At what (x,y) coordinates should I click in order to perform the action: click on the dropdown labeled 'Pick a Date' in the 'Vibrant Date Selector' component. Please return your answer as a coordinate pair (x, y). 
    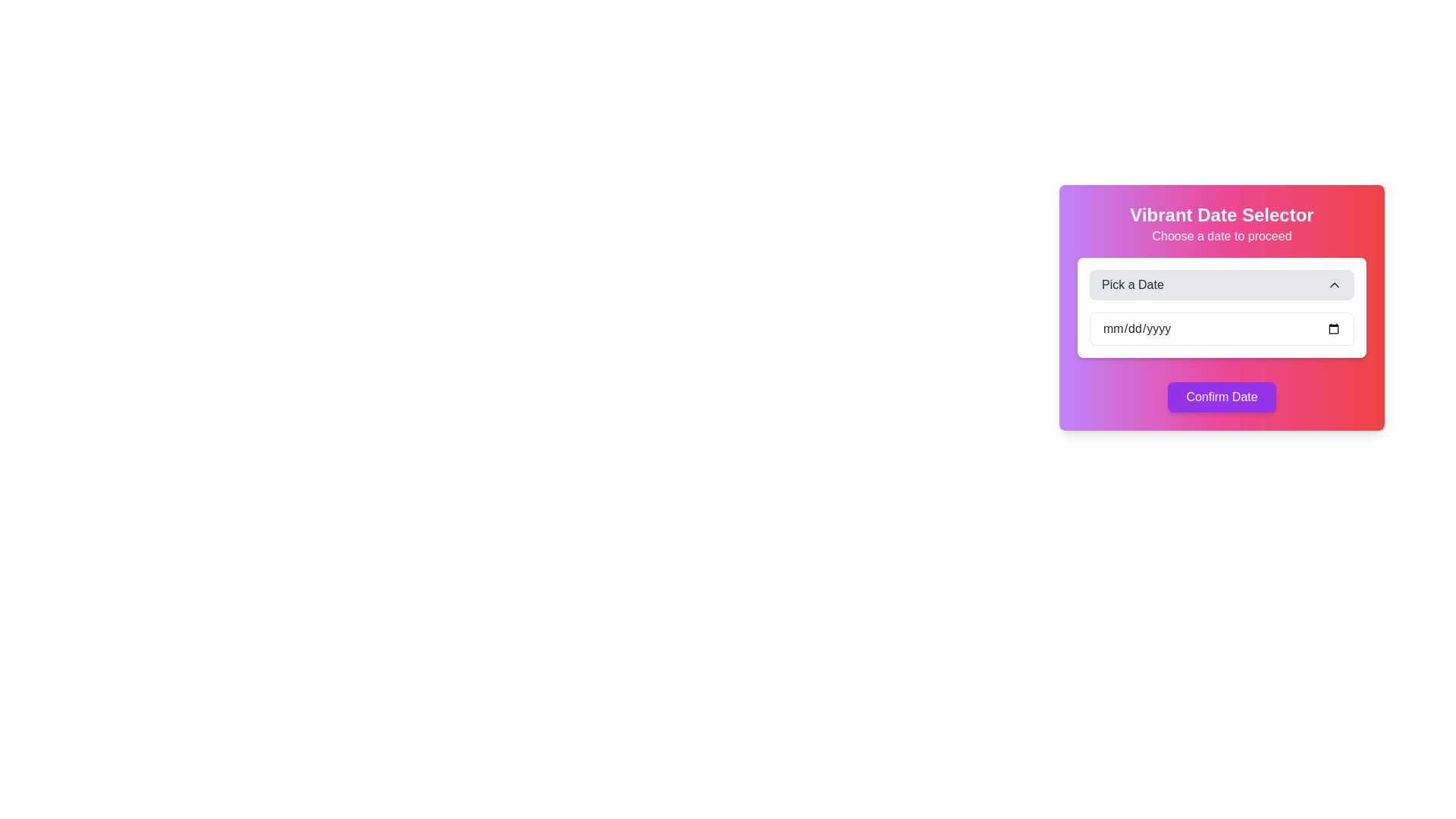
    Looking at the image, I should click on (1222, 307).